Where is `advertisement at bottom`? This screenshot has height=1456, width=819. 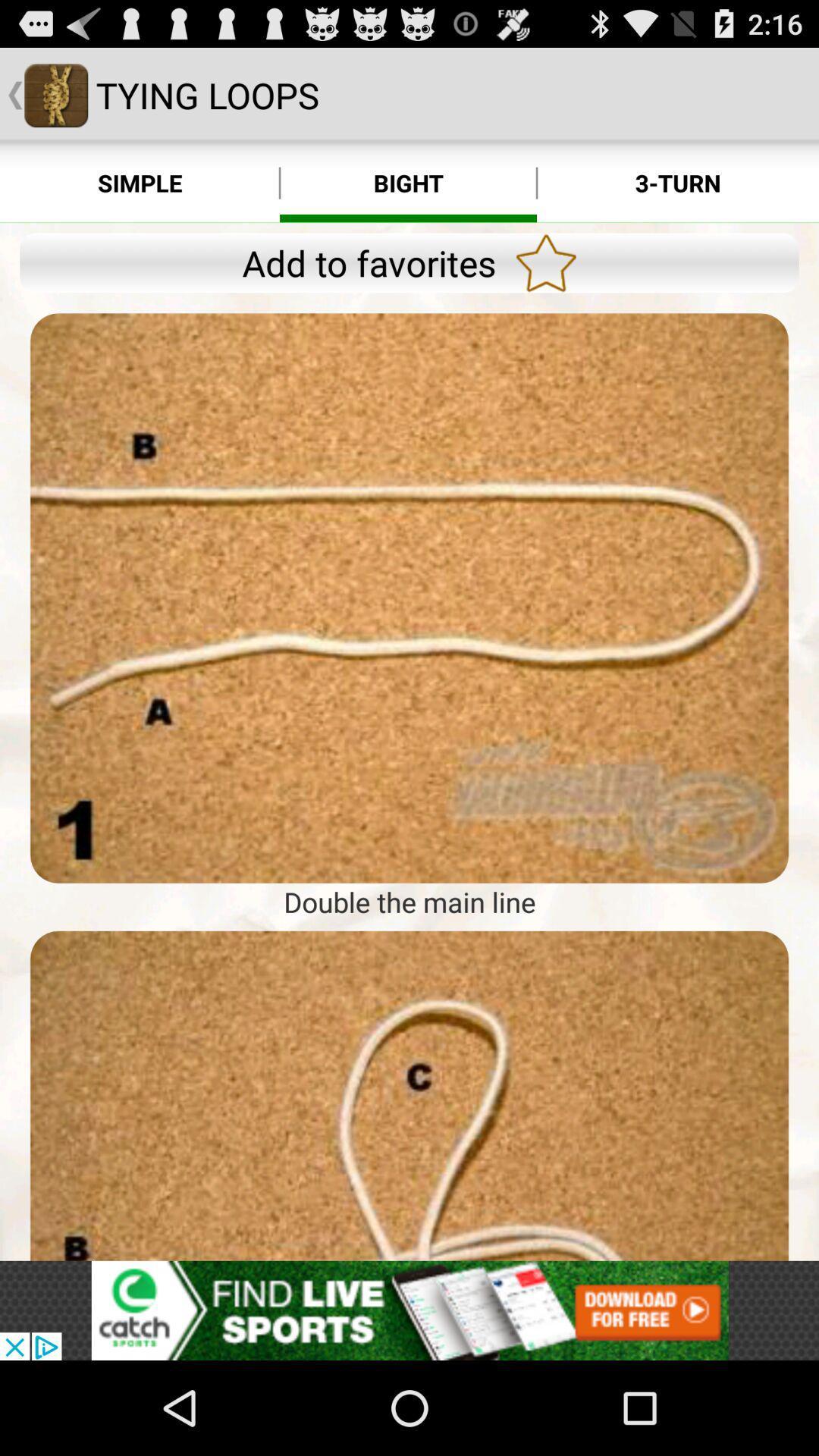
advertisement at bottom is located at coordinates (409, 1310).